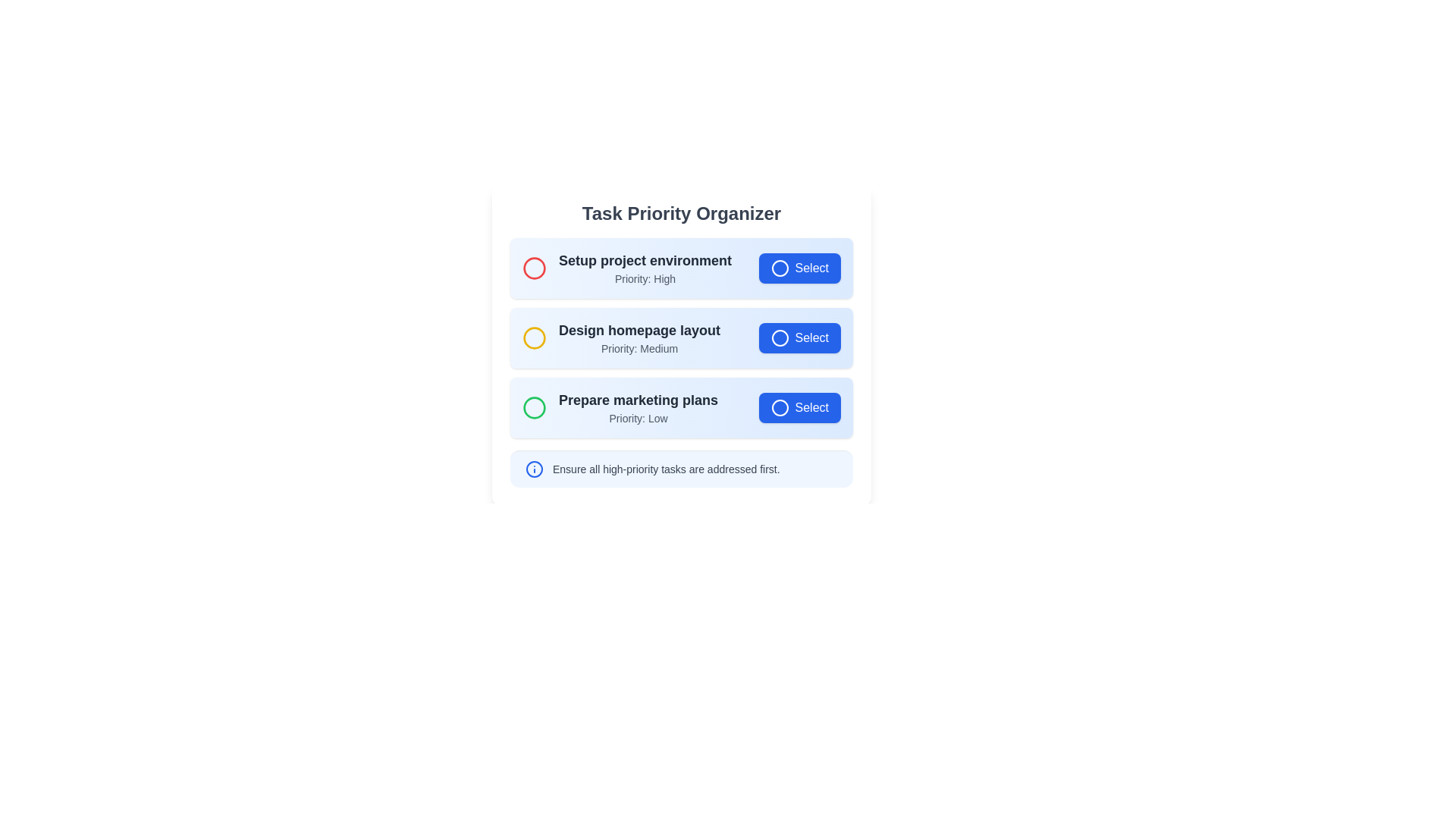  Describe the element at coordinates (811, 337) in the screenshot. I see `the button labeled 'Design homepage layout' that visually informs users about selecting this task for further operations` at that location.